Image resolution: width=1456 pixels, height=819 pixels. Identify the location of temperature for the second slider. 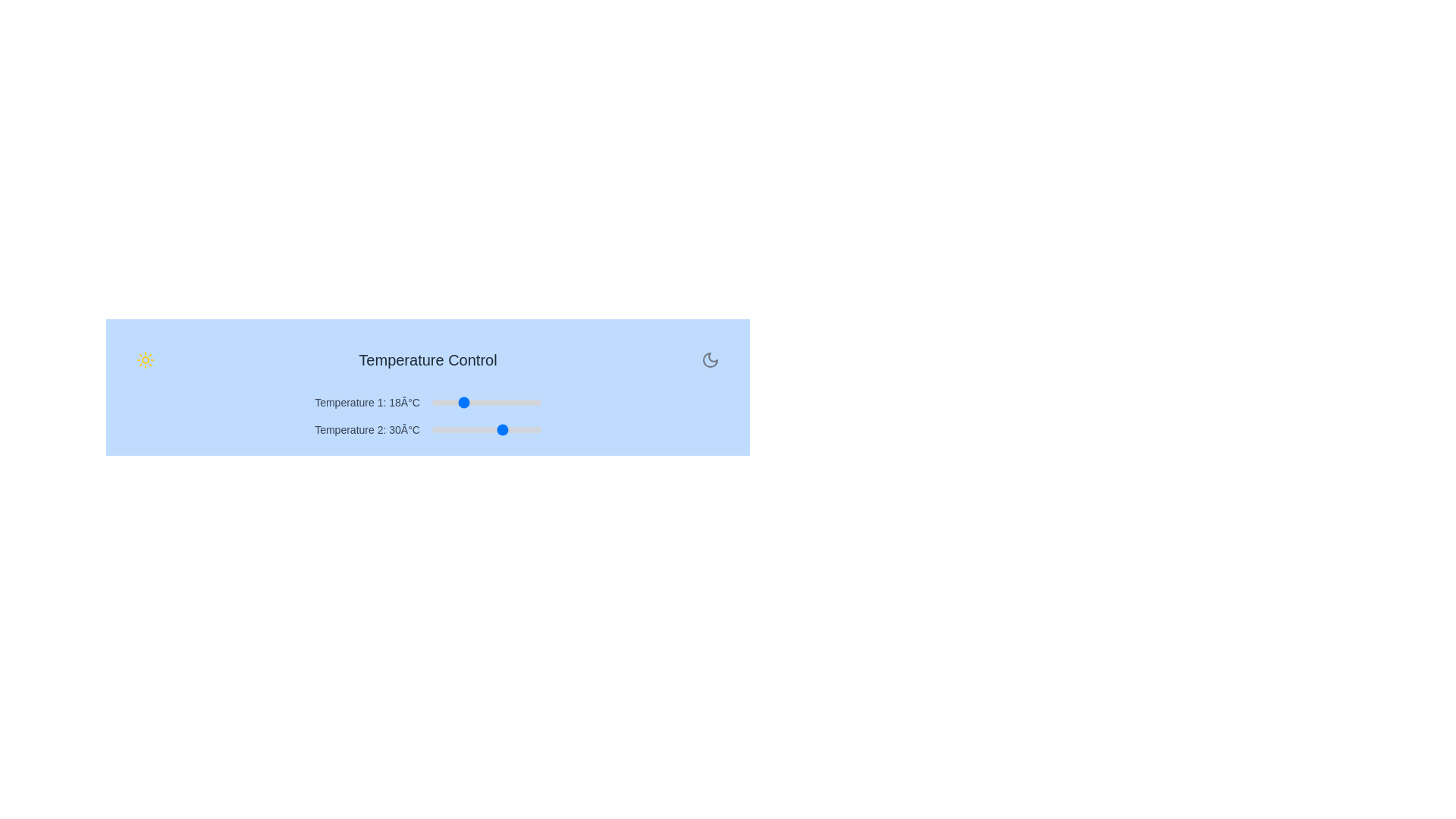
(449, 430).